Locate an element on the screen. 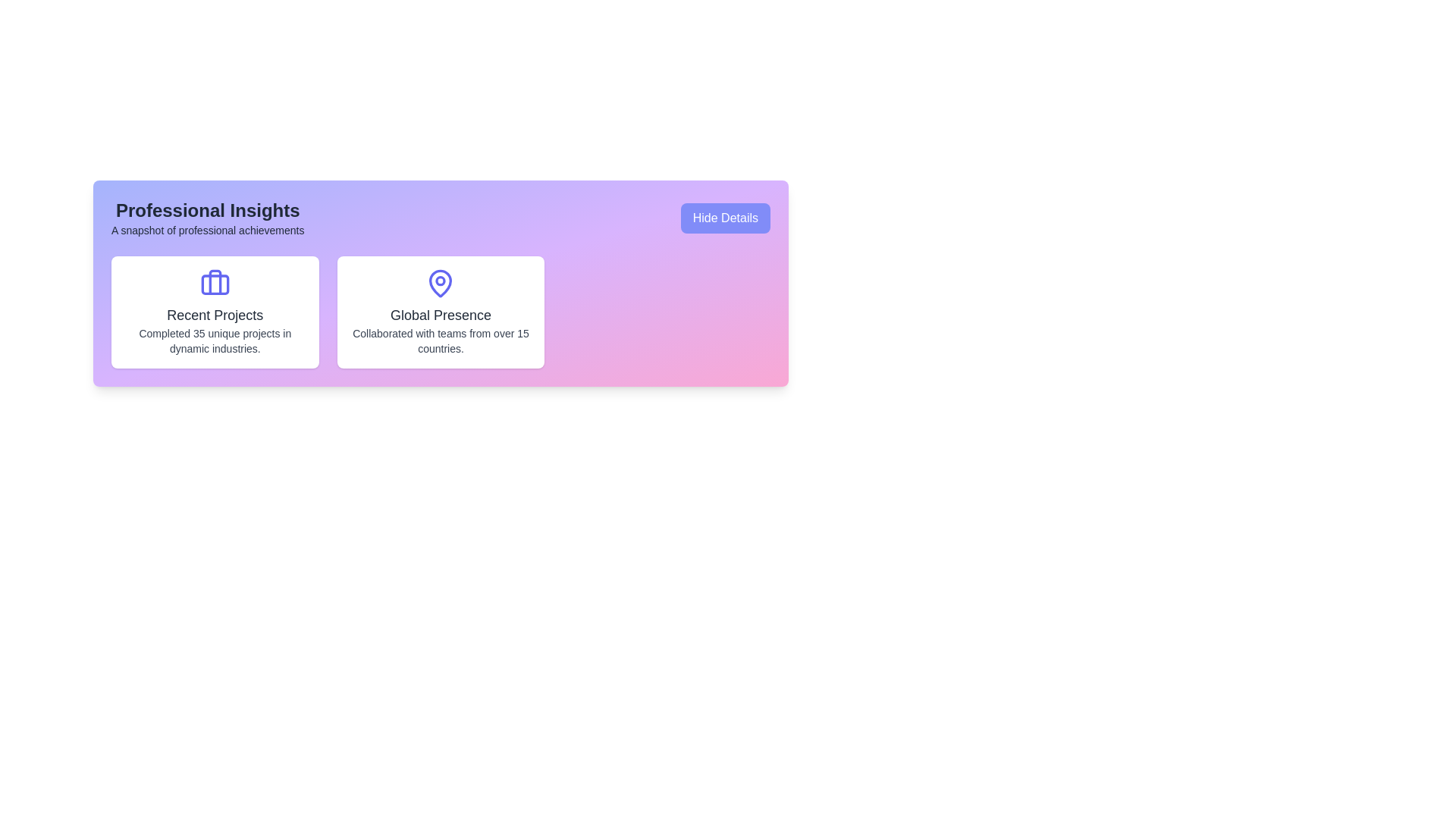  the global presence icon located at the top of the 'Global Presence' card, which is aligned with the text 'Collaborated with teams from over 15 countries.' is located at coordinates (440, 284).